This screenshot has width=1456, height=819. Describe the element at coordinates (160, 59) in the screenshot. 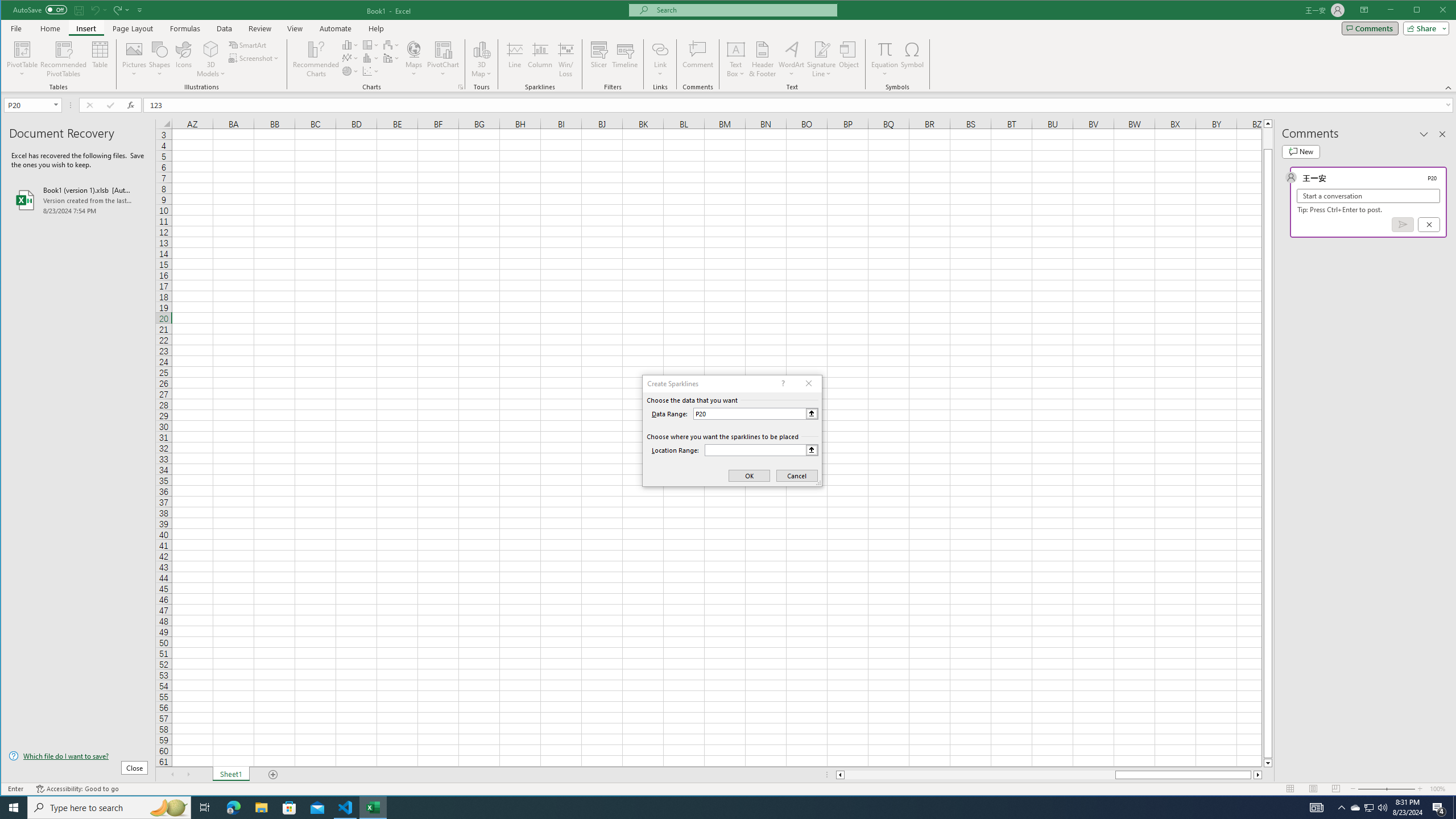

I see `'Shapes'` at that location.